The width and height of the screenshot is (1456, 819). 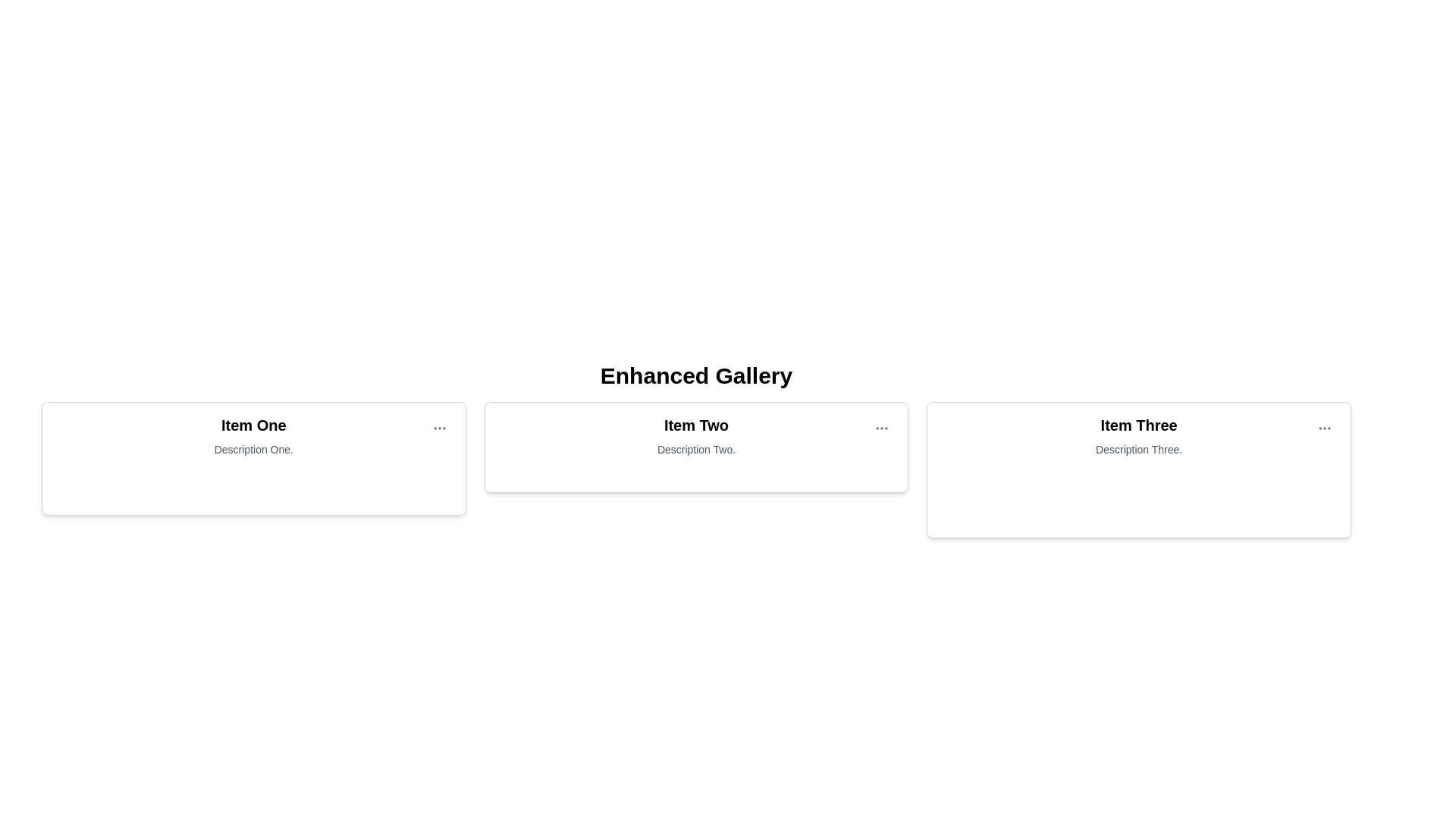 What do you see at coordinates (695, 449) in the screenshot?
I see `the static text element that provides a supplementary description for the associated card item, located below 'Item Two' in the center card of the gallery layout` at bounding box center [695, 449].